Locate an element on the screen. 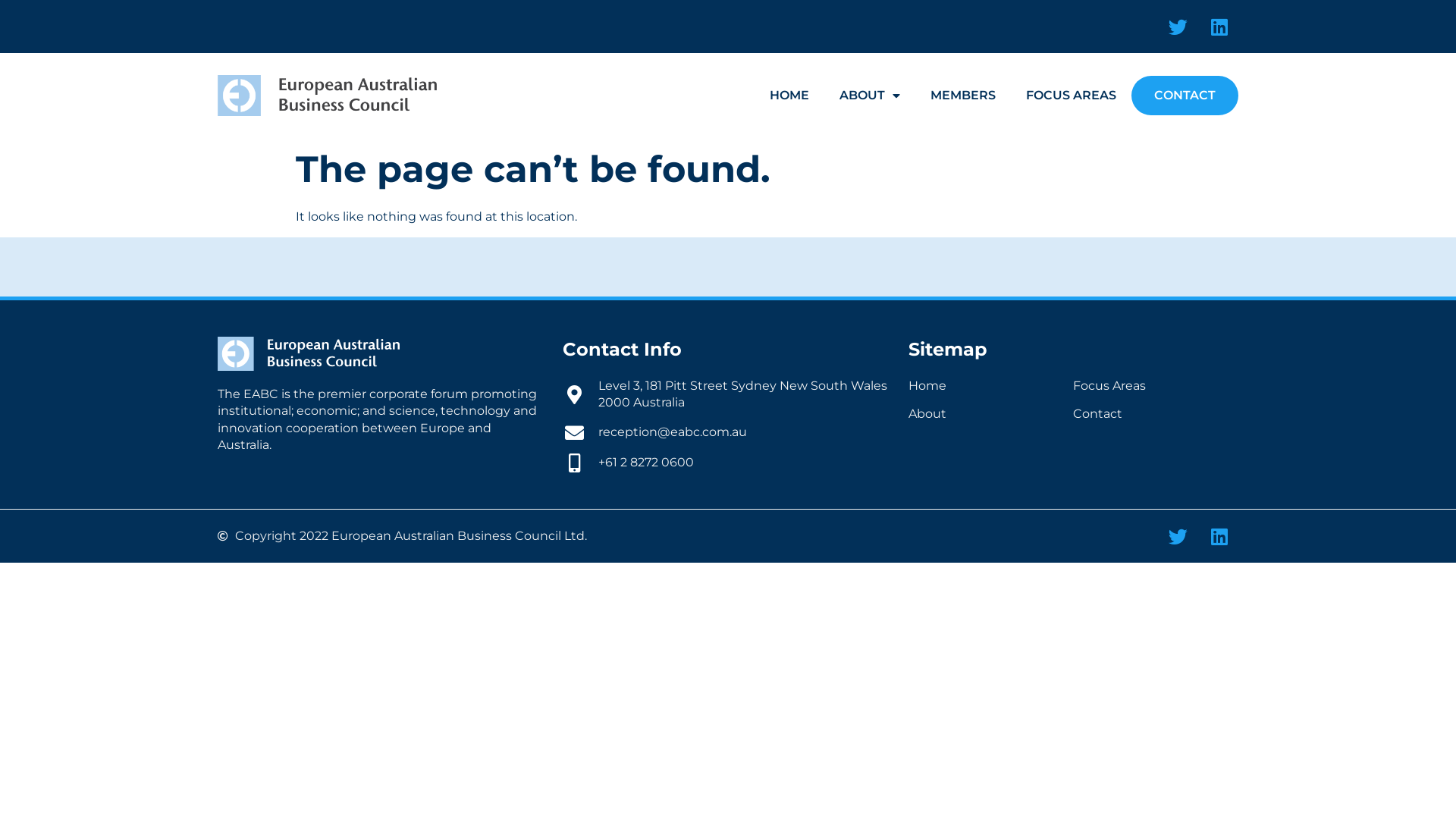 This screenshot has height=819, width=1456. 'FOCUS AREAS' is located at coordinates (1011, 96).